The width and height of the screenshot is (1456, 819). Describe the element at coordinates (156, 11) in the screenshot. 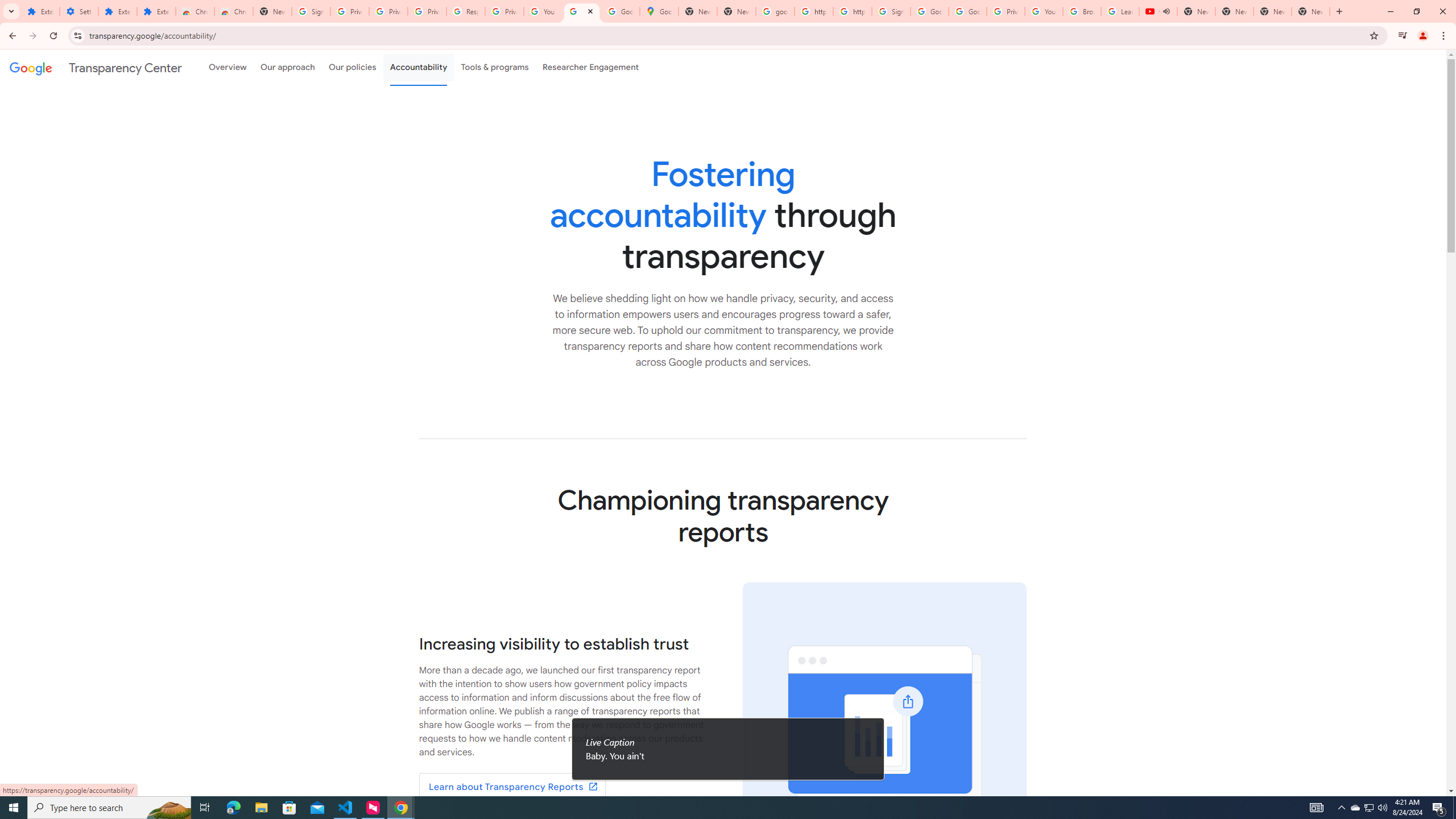

I see `'Extensions'` at that location.